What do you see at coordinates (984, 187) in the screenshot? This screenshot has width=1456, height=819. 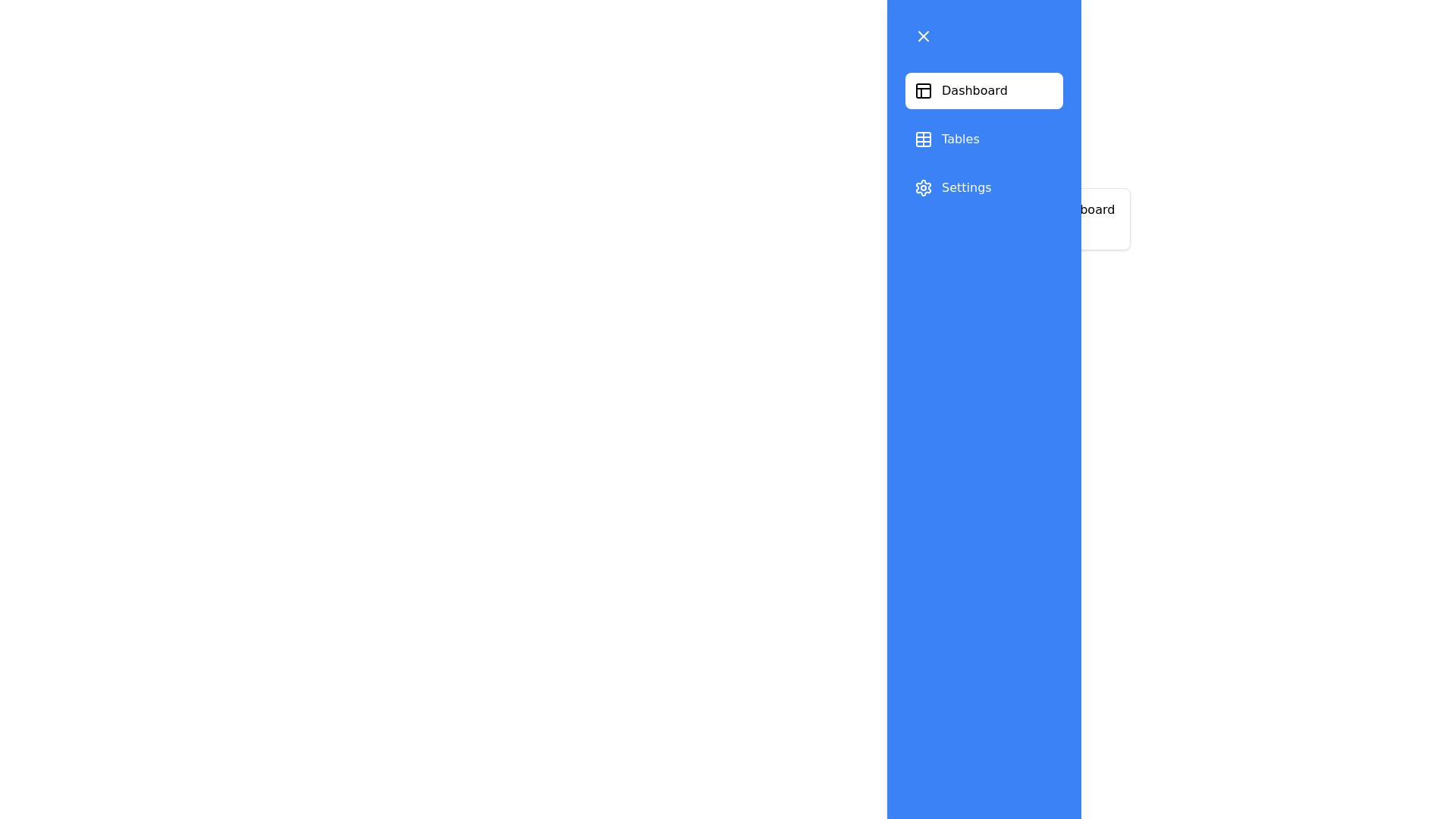 I see `the section labeled 'Settings' to observe the hover effect` at bounding box center [984, 187].